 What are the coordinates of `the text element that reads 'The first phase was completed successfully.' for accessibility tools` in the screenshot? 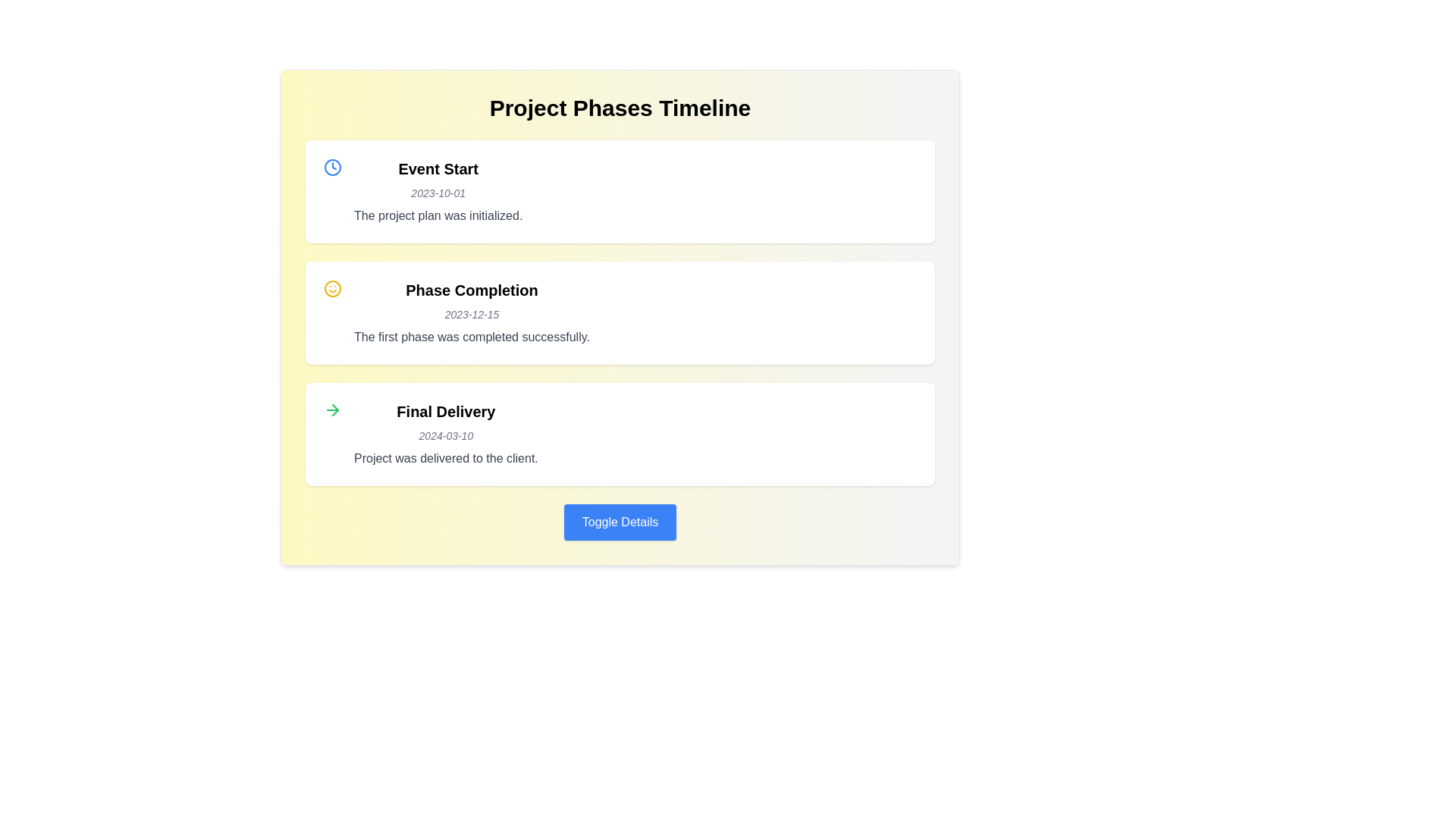 It's located at (471, 336).